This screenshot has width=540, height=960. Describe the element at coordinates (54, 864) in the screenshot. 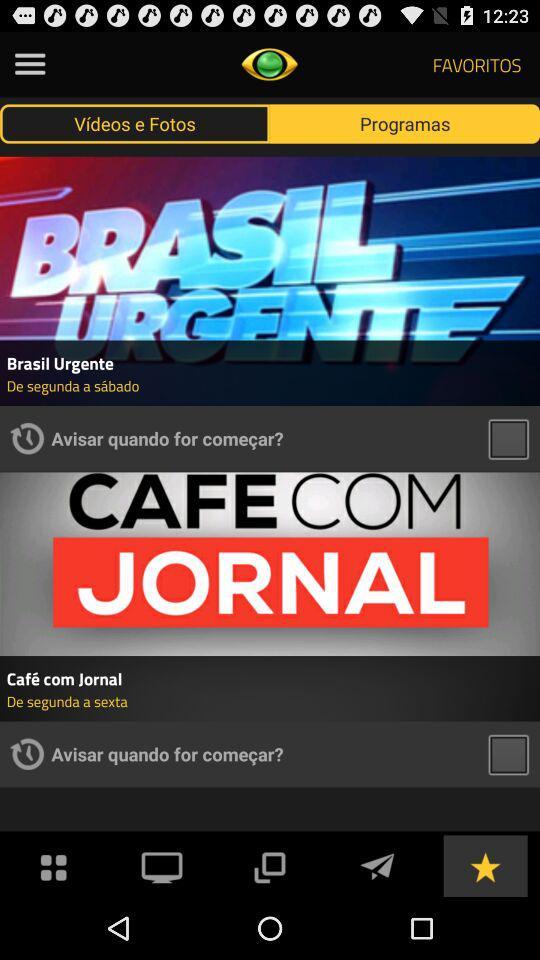

I see `the menu bar` at that location.